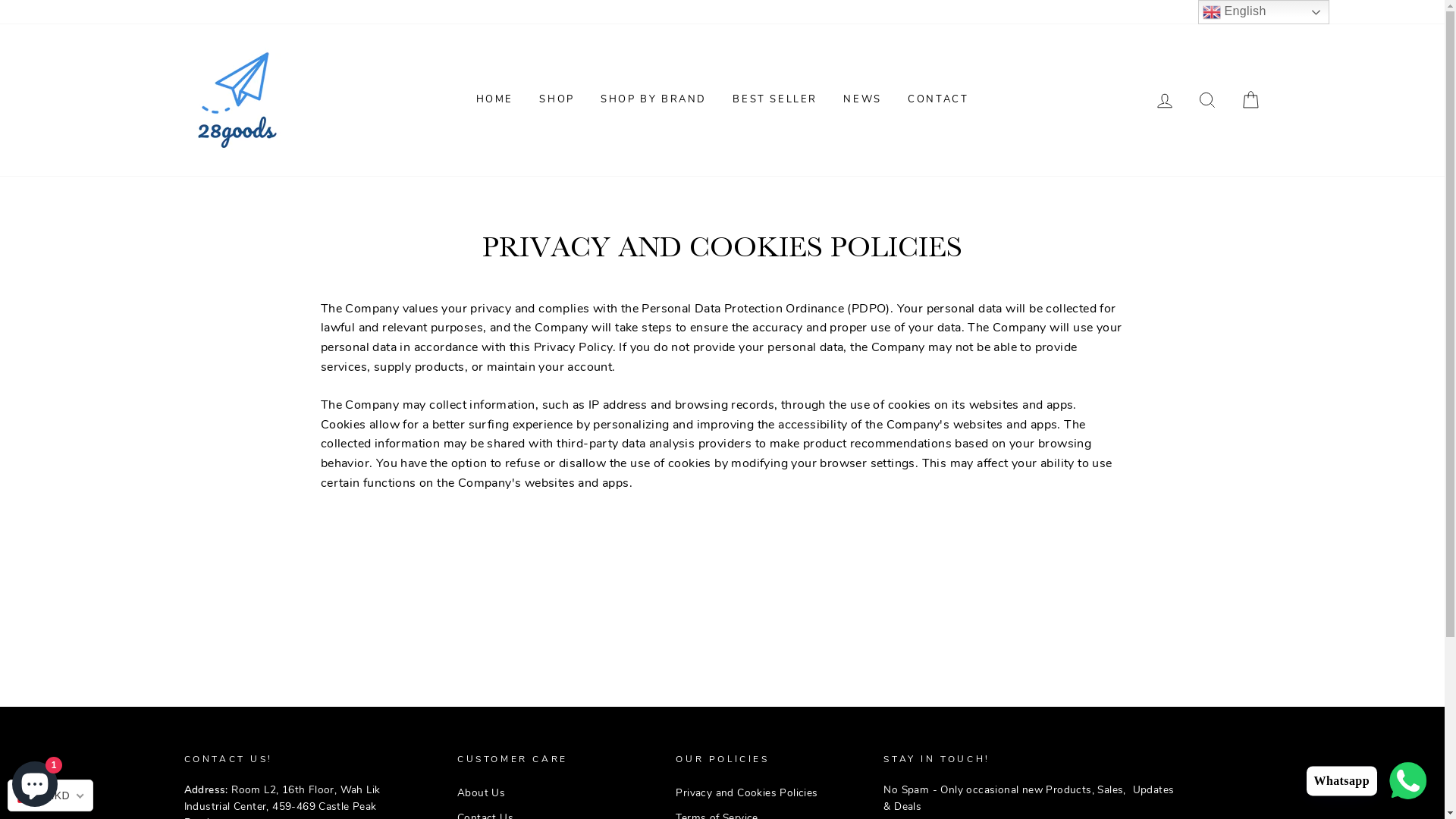 This screenshot has width=1456, height=819. I want to click on 'About Us', so click(457, 792).